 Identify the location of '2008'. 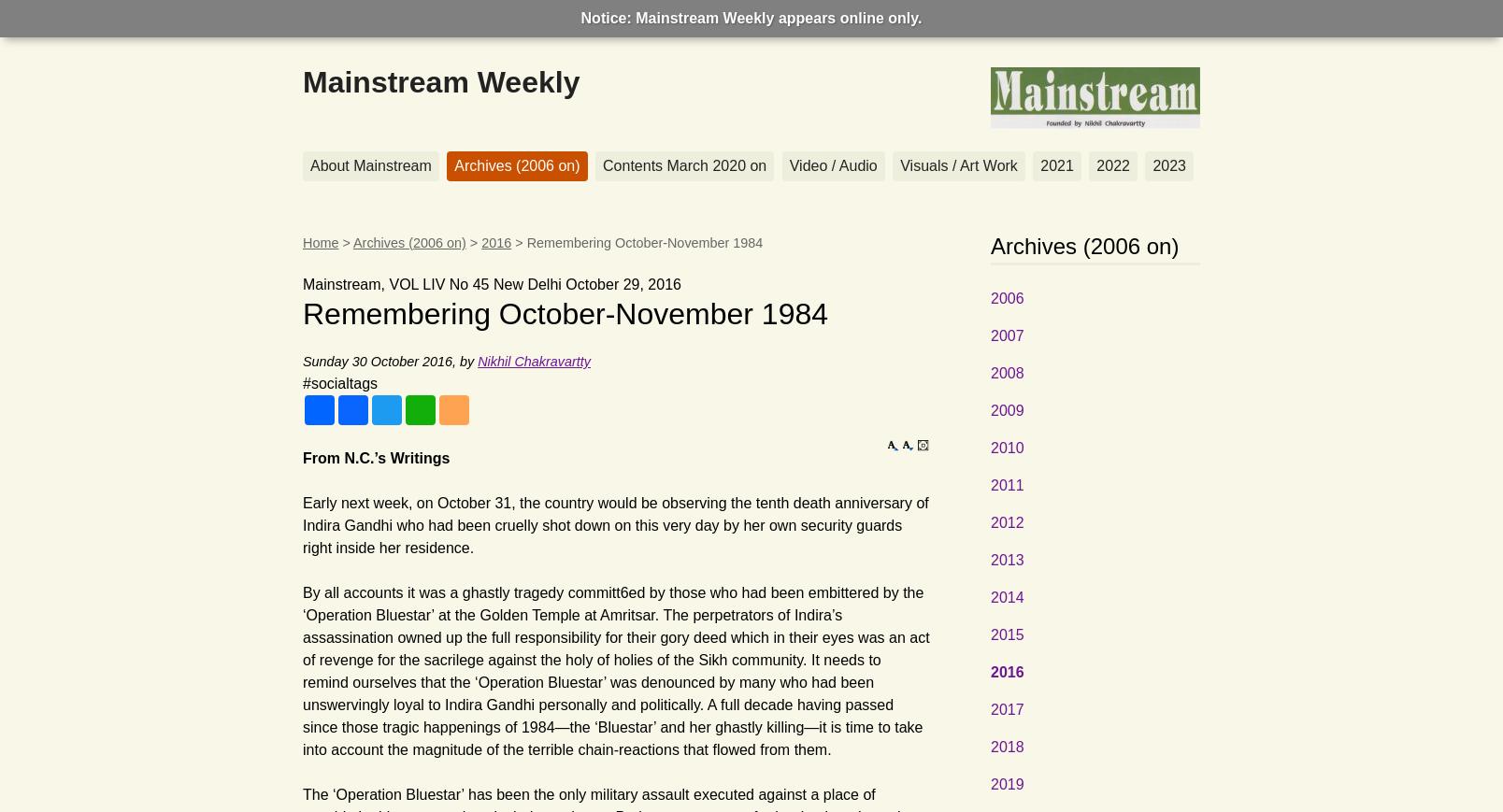
(1006, 372).